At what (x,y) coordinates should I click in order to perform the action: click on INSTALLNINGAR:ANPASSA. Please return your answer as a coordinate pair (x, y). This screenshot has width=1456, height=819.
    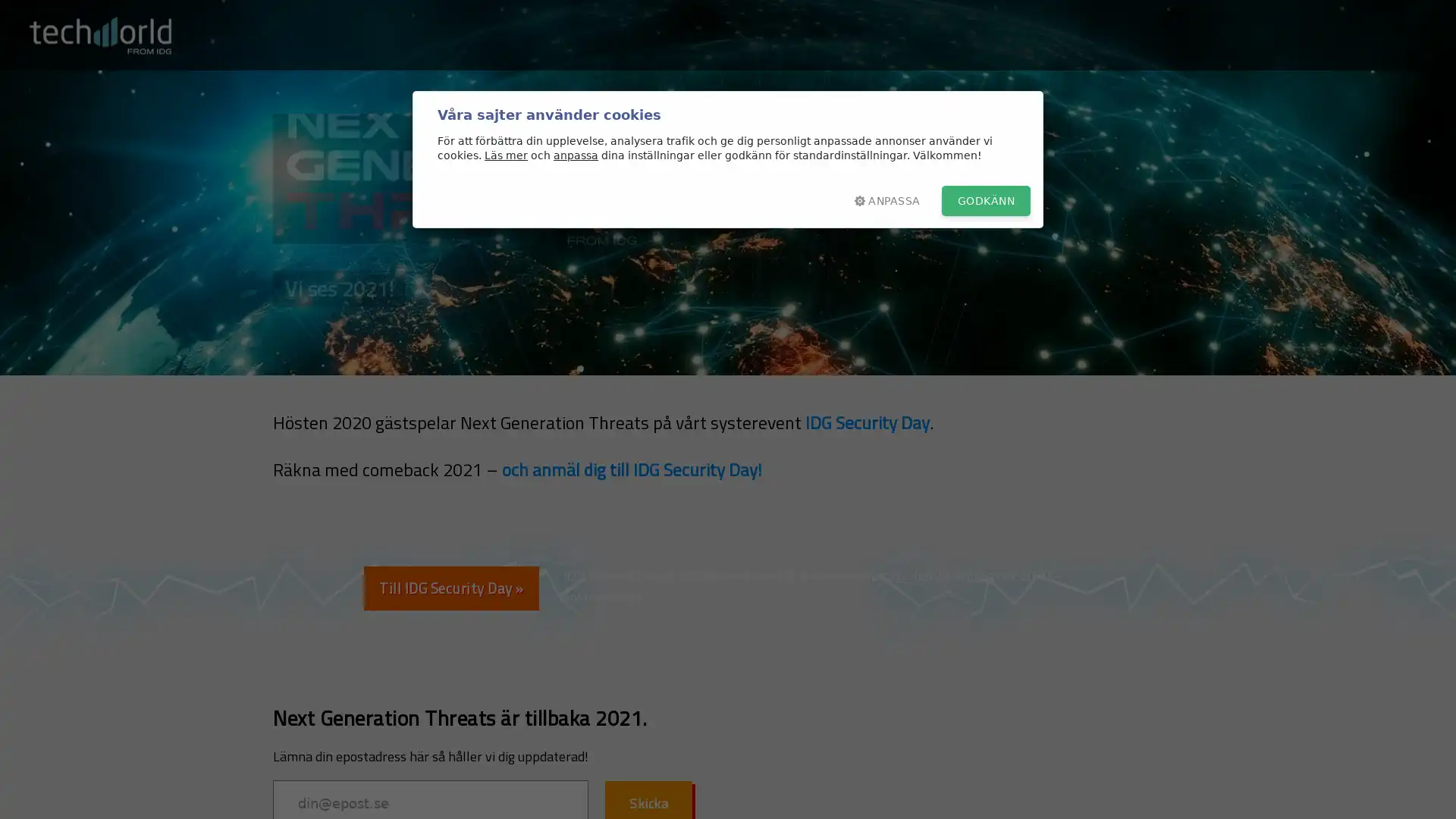
    Looking at the image, I should click on (886, 200).